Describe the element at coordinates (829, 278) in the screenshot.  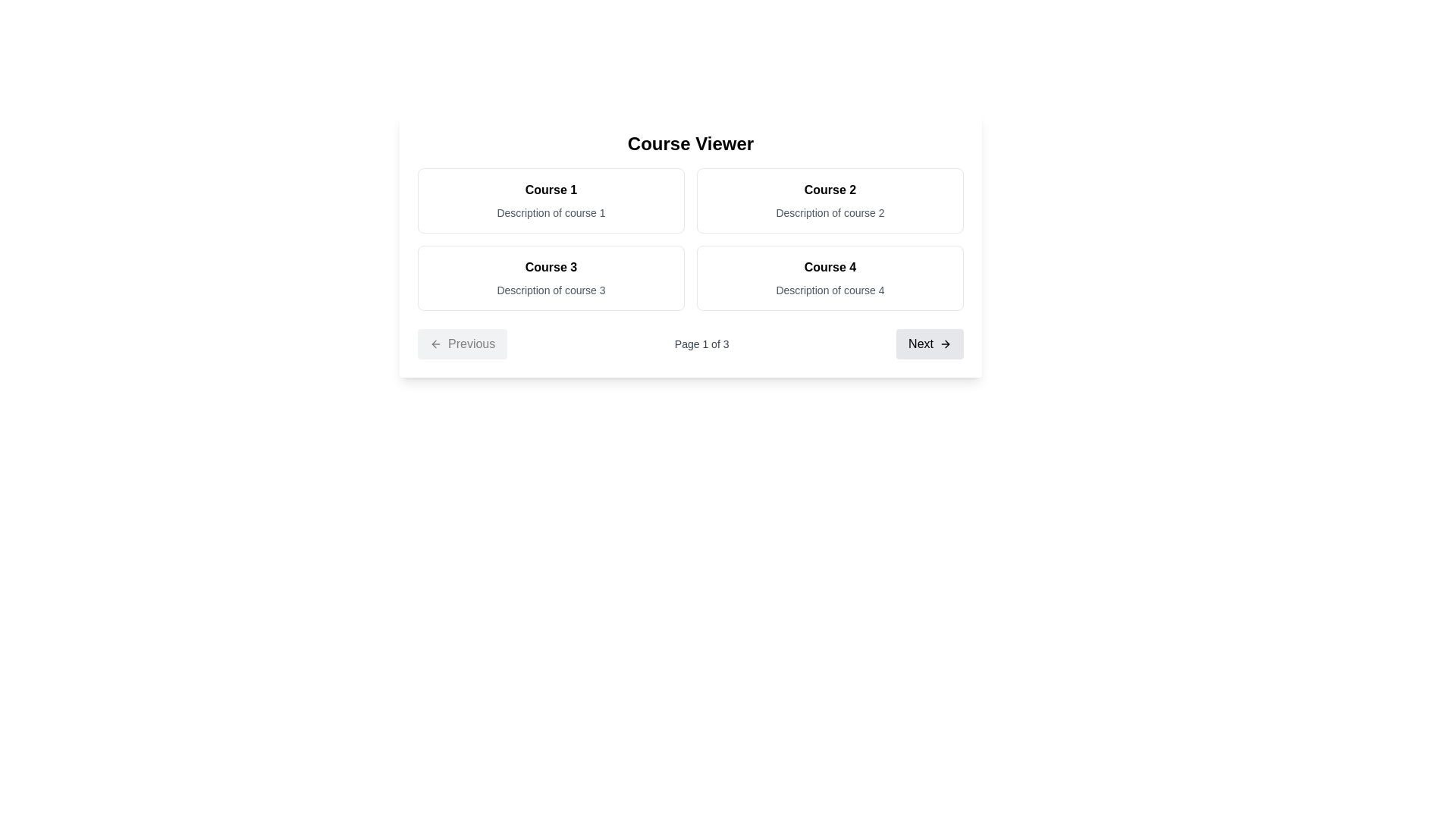
I see `the course card displaying information about a course, located in the bottom-right of a 2x2 grid layout, which is the fourth card below 'Course 2' and to the right of 'Course 3'` at that location.